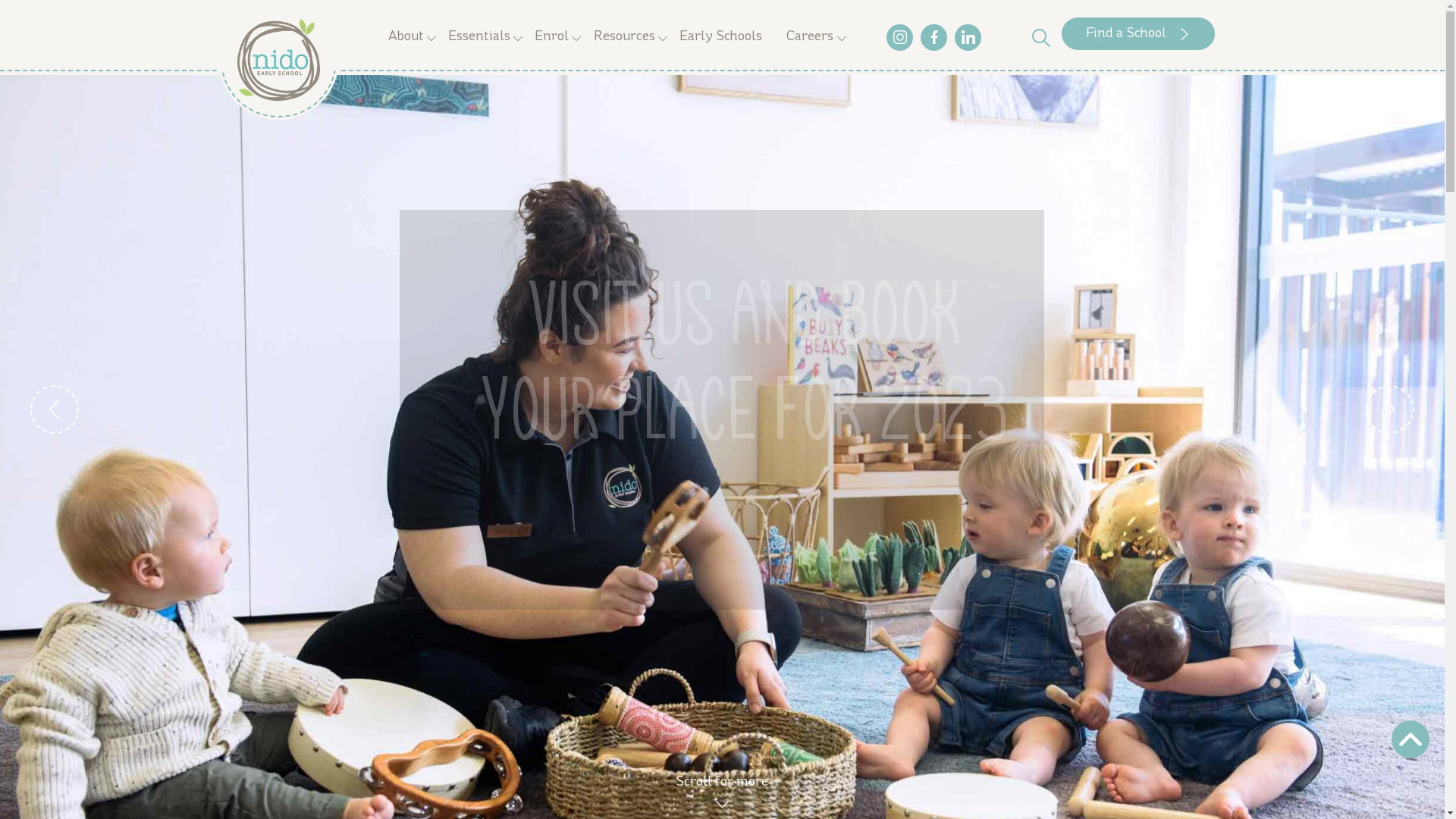 Image resolution: width=1456 pixels, height=819 pixels. Describe the element at coordinates (551, 36) in the screenshot. I see `'Enrol'` at that location.